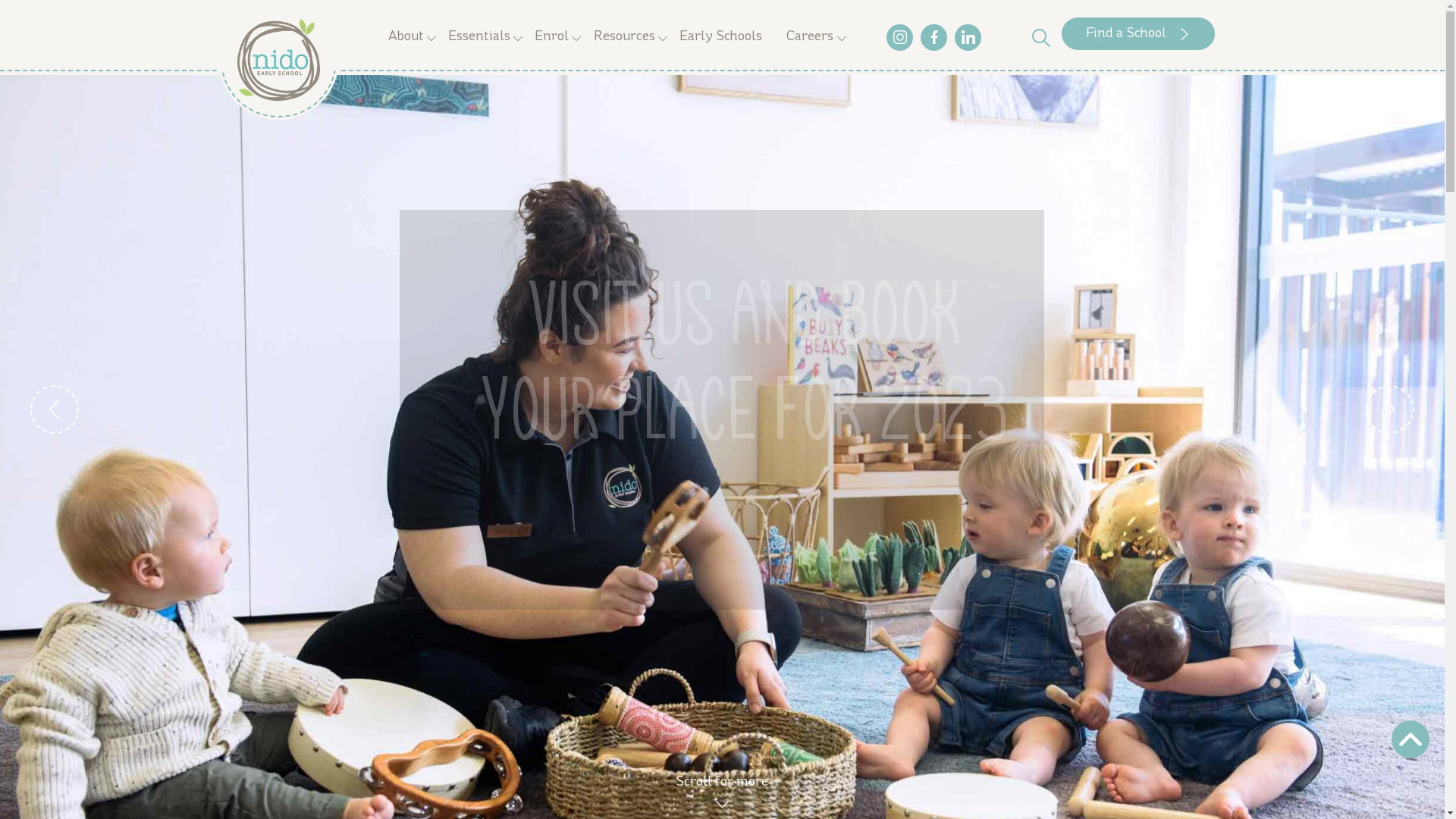 Image resolution: width=1456 pixels, height=819 pixels. Describe the element at coordinates (551, 36) in the screenshot. I see `'Enrol'` at that location.